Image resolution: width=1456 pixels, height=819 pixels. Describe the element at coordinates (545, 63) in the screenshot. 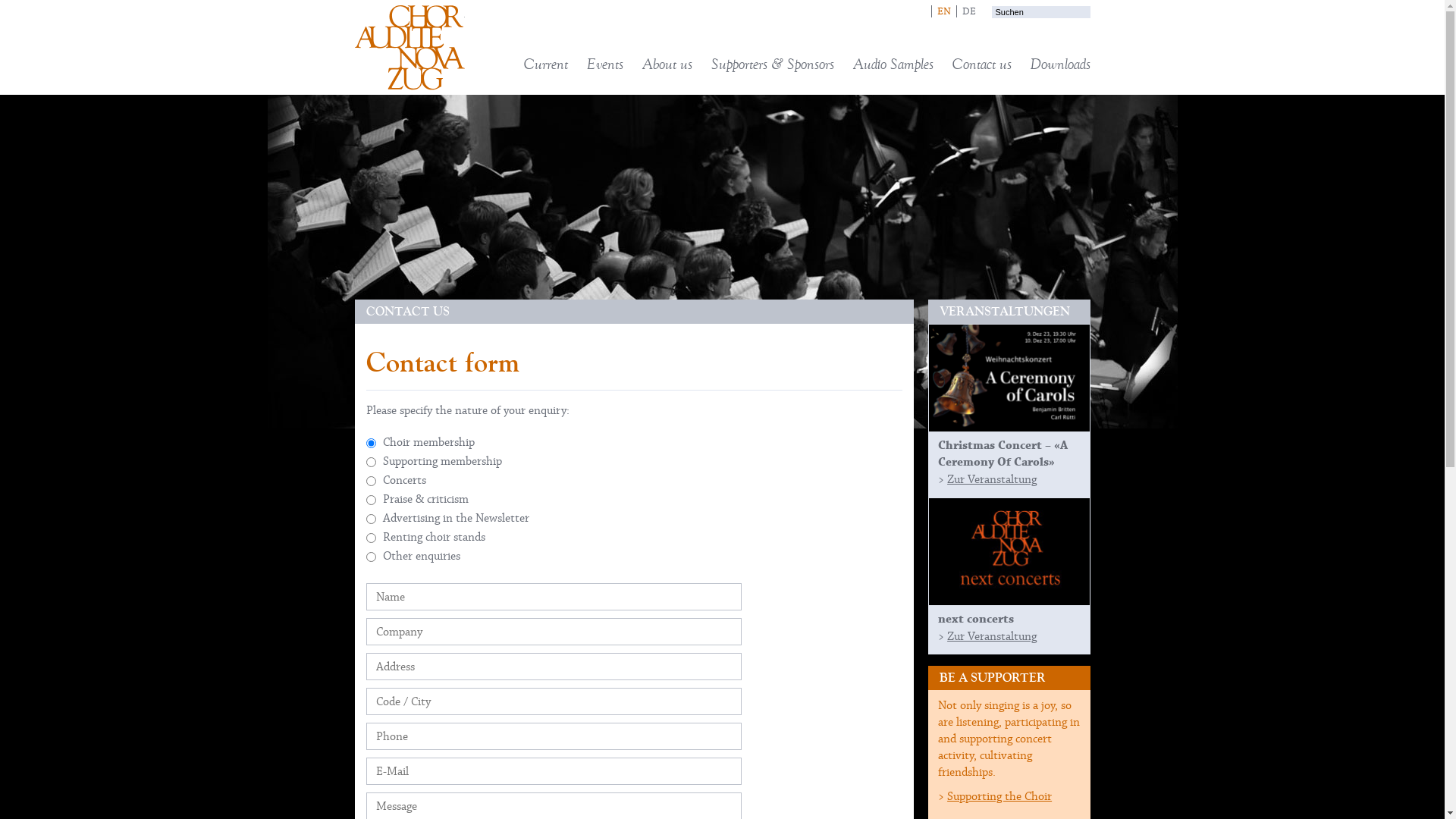

I see `'Current'` at that location.